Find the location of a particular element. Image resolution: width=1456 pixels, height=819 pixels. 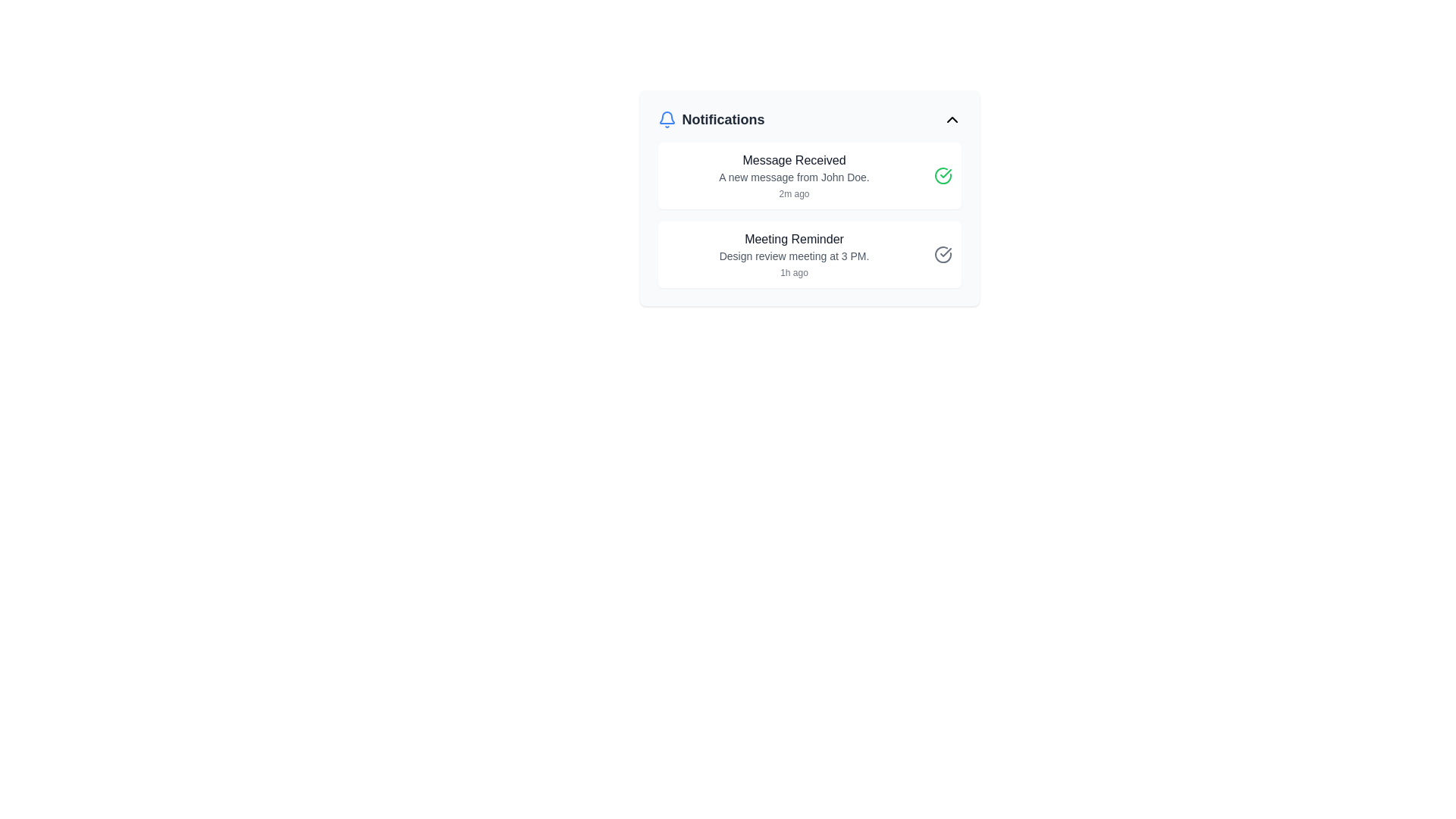

the text label displaying 'Message Received' which is the topmost element in the notification card is located at coordinates (793, 161).